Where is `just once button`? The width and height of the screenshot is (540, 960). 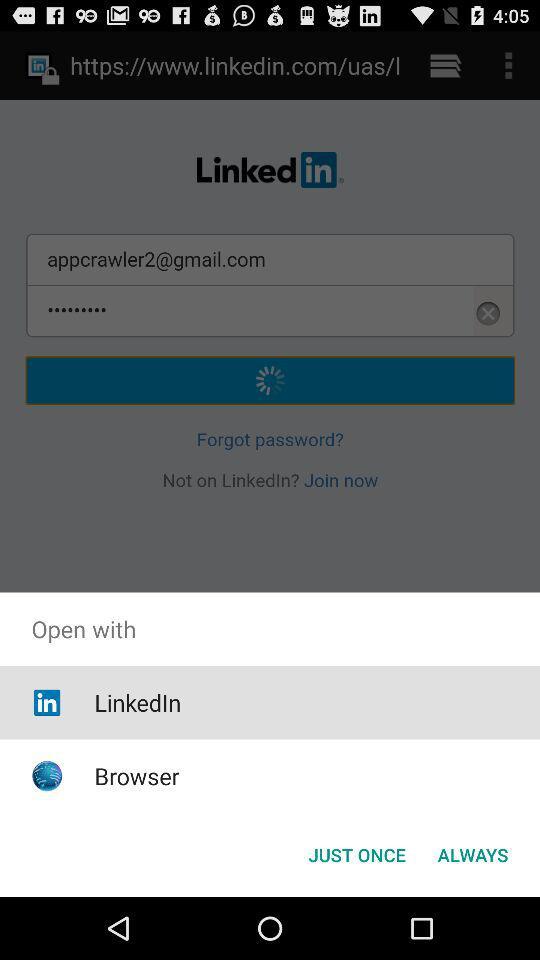 just once button is located at coordinates (356, 853).